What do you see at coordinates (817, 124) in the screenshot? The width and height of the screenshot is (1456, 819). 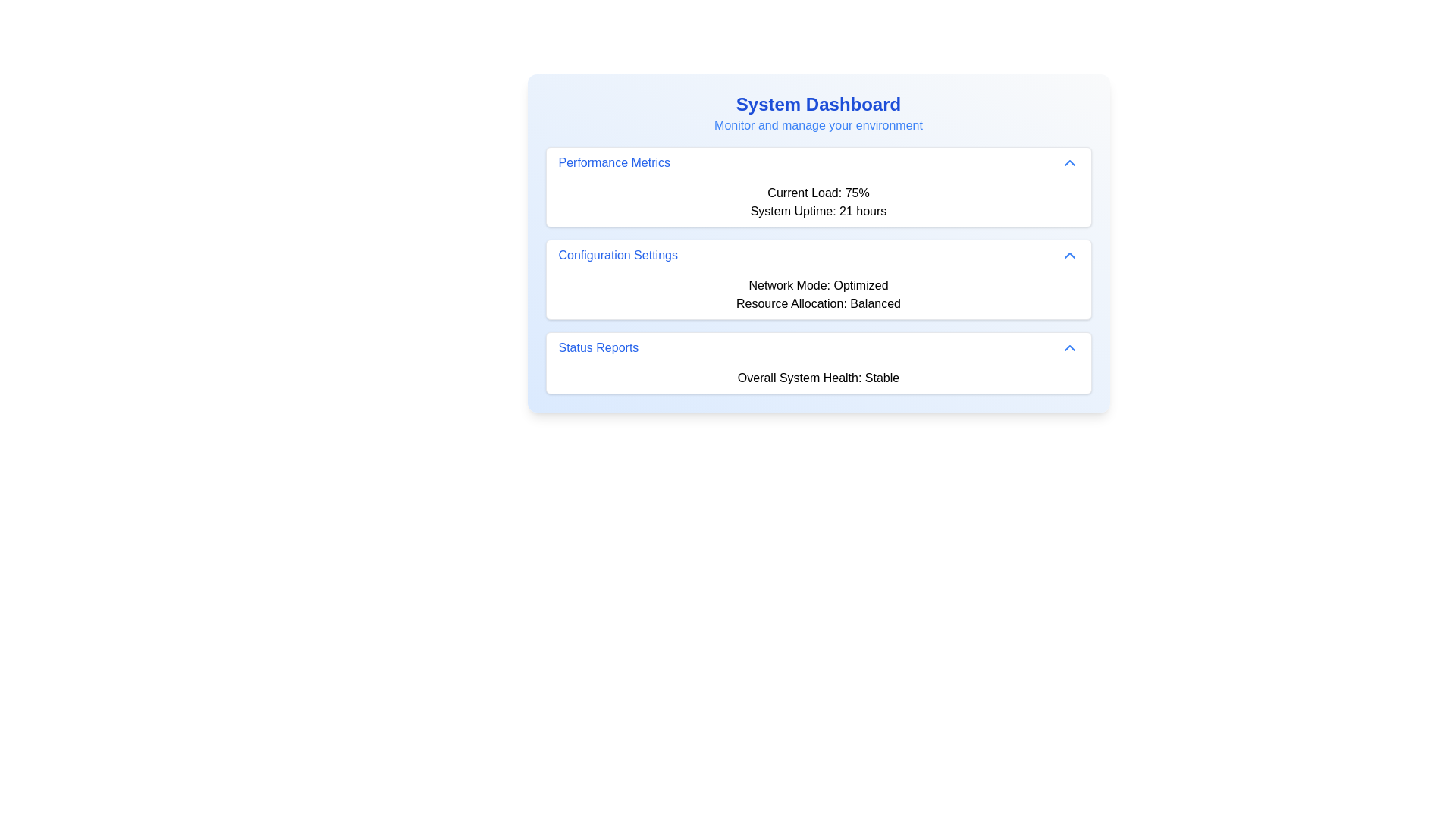 I see `the text label displaying 'Monitor and manage your environment' in blue, which is positioned directly below the 'System Dashboard' label` at bounding box center [817, 124].